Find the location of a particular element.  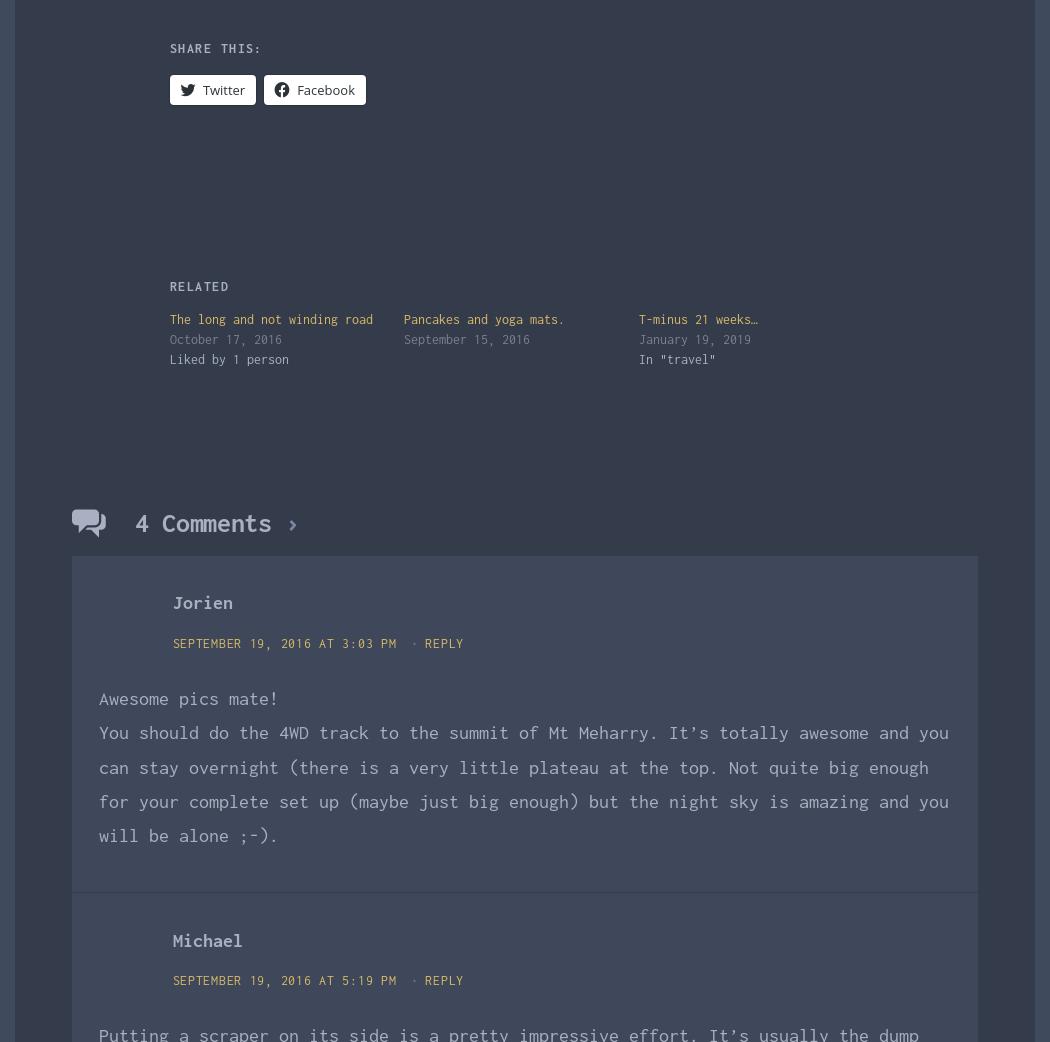

'September 19, 2016 at 3:03 pm' is located at coordinates (287, 642).